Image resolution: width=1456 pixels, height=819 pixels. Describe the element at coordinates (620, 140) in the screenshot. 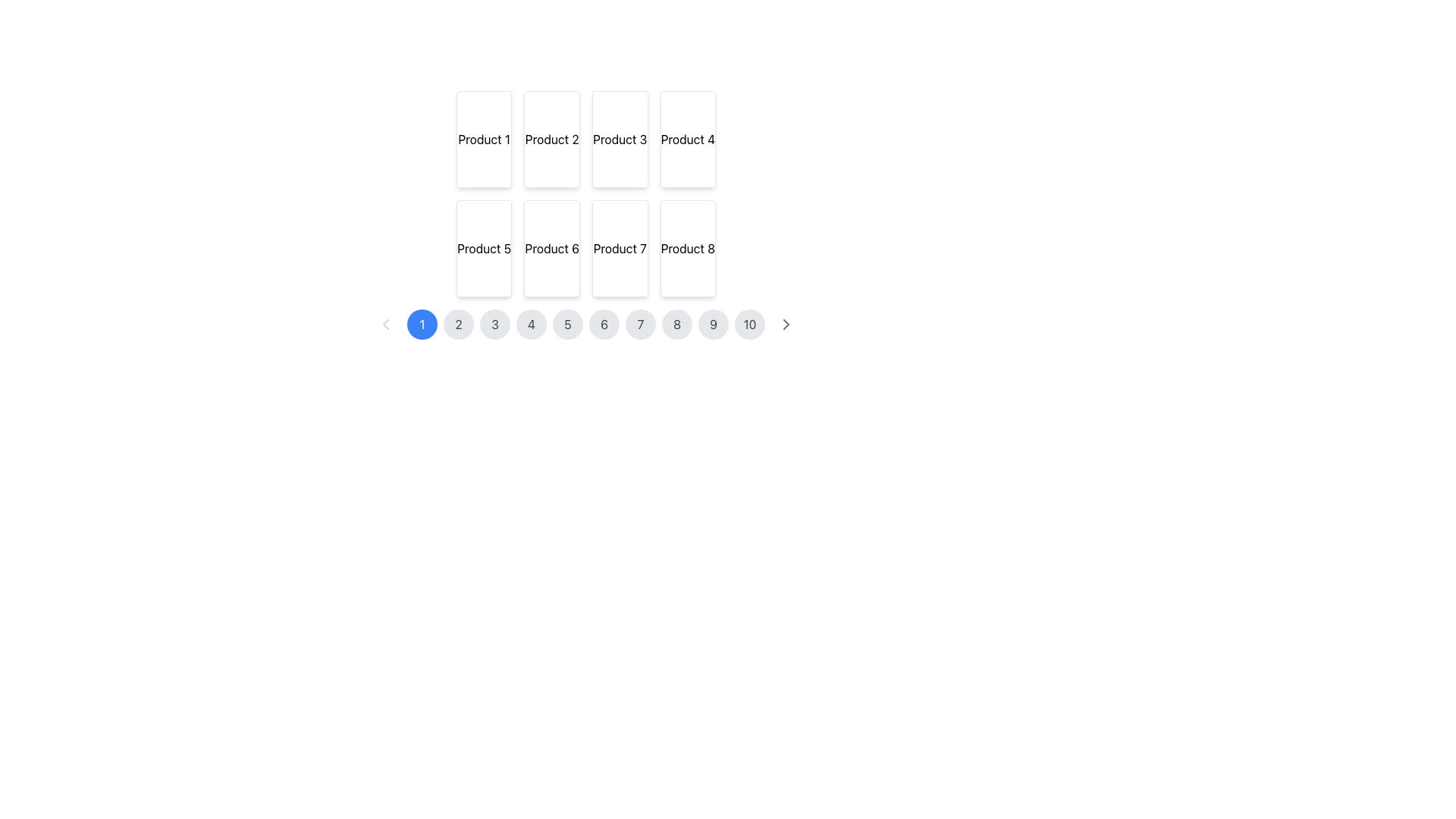

I see `the third display card representing a product item in the first row of a 4-column grid layout, located between 'Product 2' and 'Product 4'` at that location.